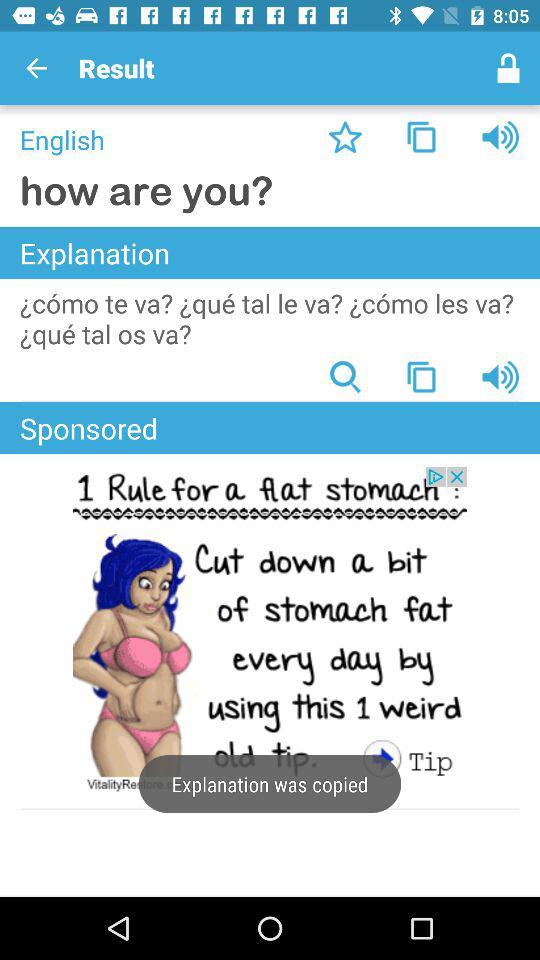 The image size is (540, 960). I want to click on the icon next to the result item, so click(36, 68).